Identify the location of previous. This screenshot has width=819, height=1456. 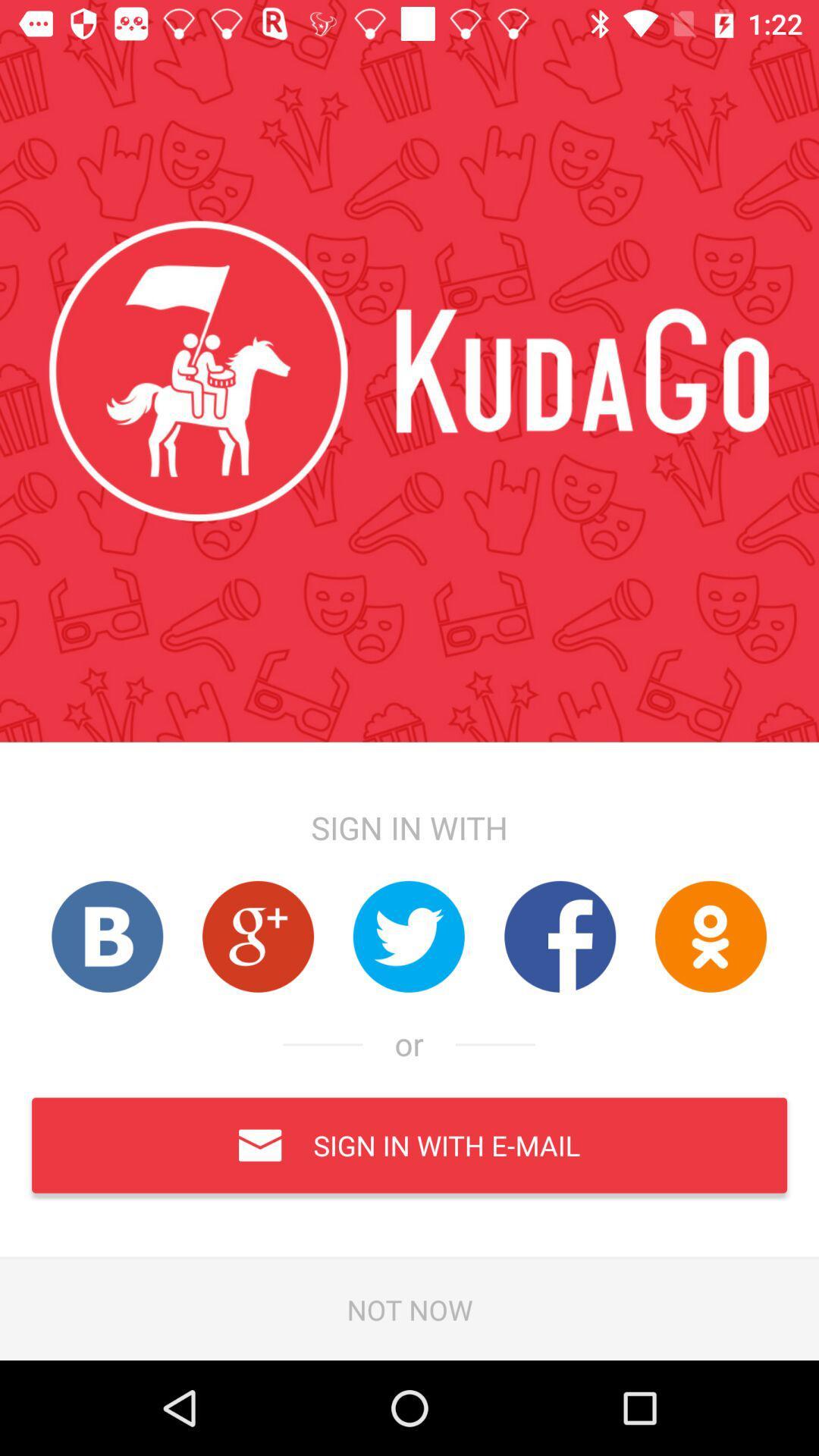
(257, 936).